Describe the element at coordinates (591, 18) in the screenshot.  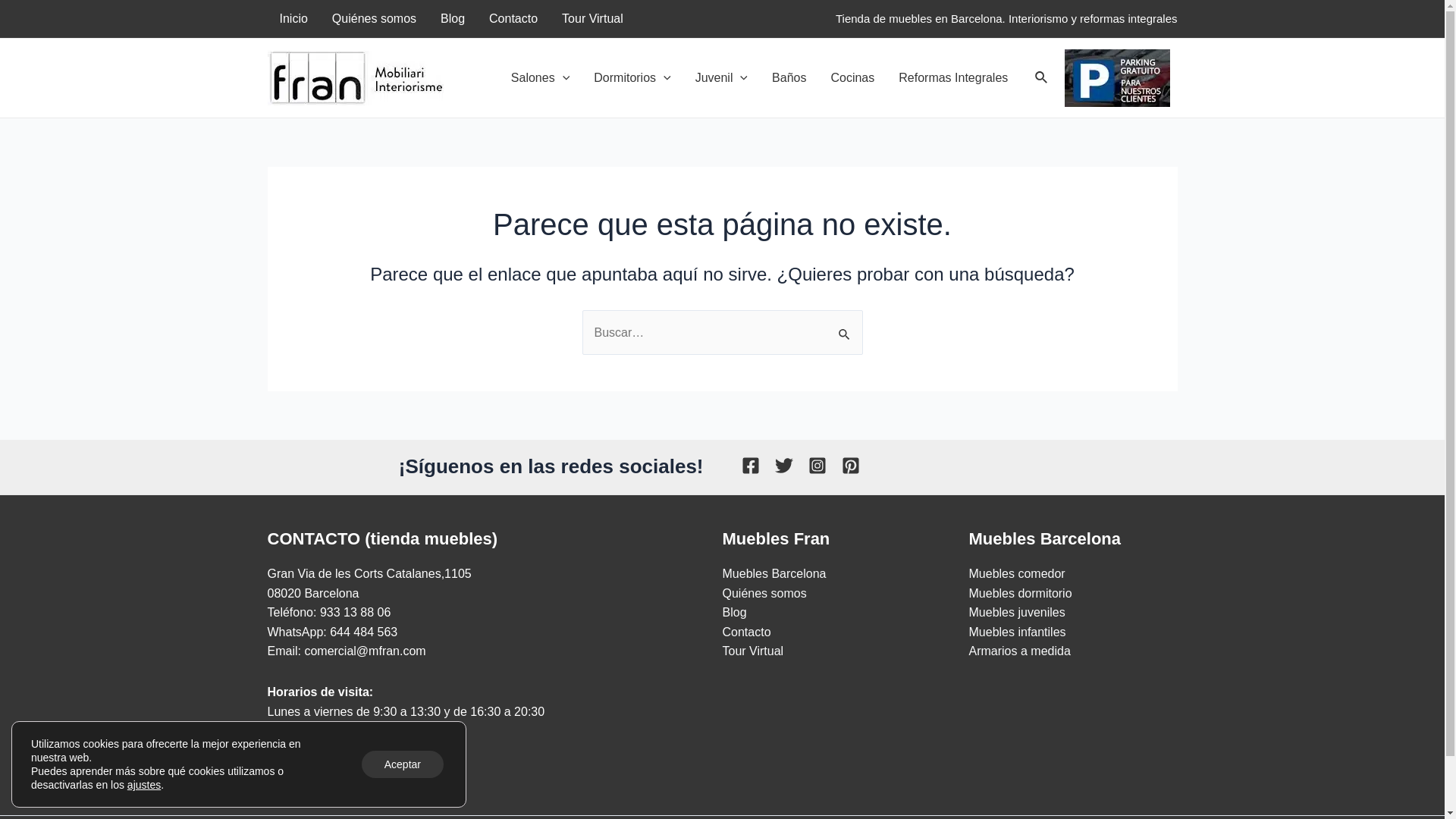
I see `'Tour Virtual'` at that location.